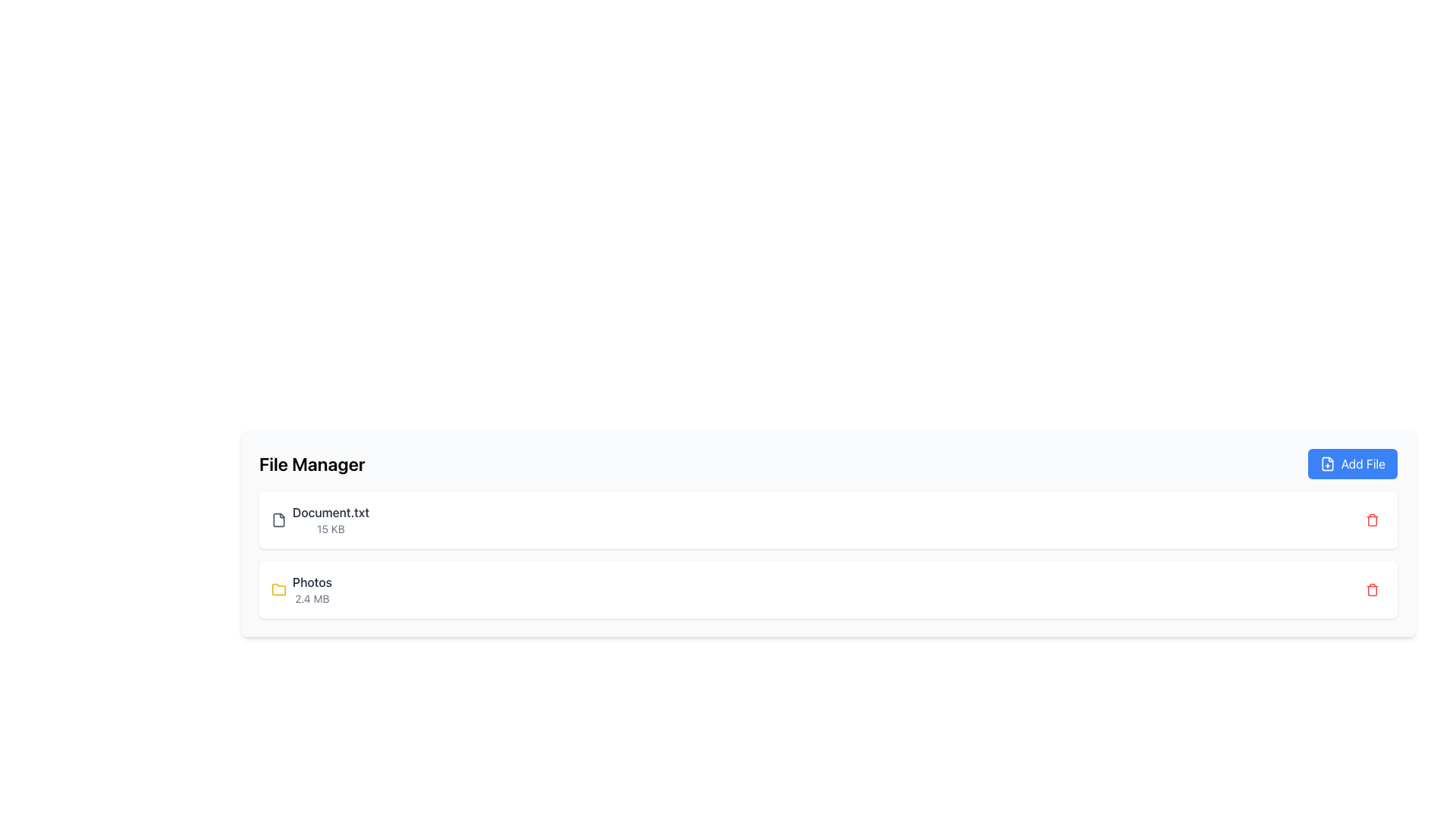 The width and height of the screenshot is (1456, 819). What do you see at coordinates (279, 519) in the screenshot?
I see `the file icon located` at bounding box center [279, 519].